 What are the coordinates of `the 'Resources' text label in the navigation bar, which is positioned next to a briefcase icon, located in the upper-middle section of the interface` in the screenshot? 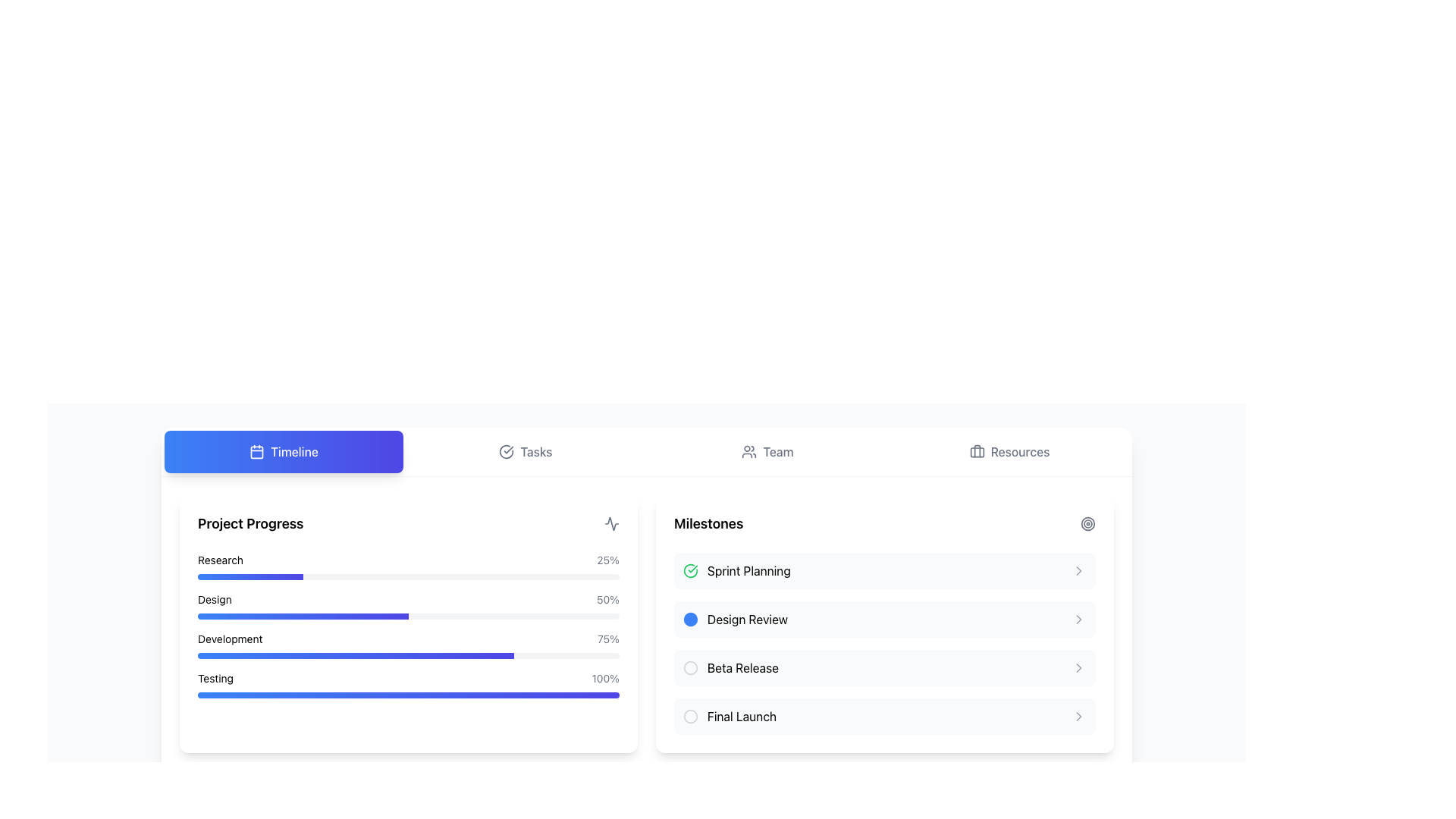 It's located at (1020, 451).